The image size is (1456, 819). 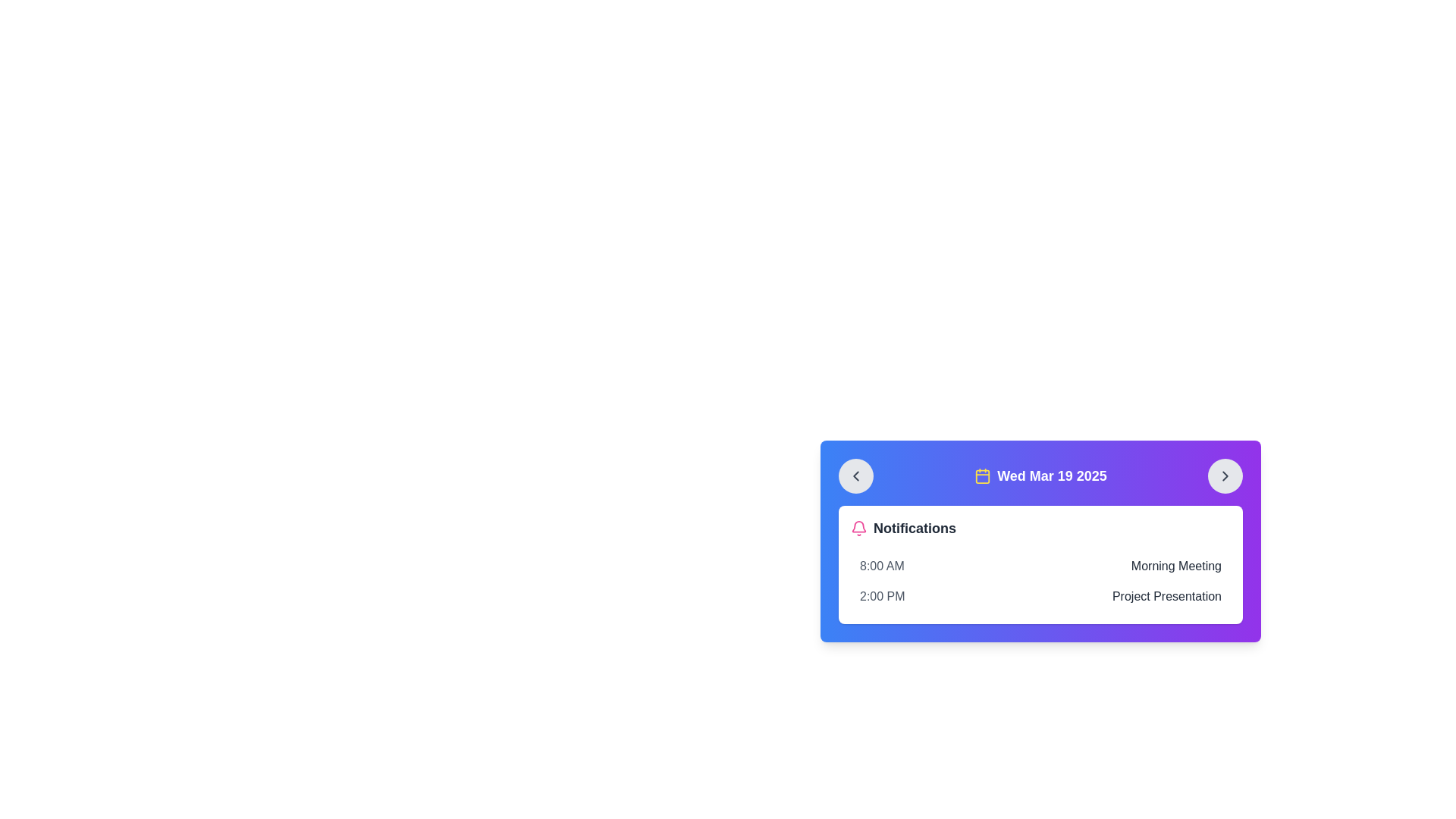 I want to click on the calendar icon that represents date functionality, which is positioned at the top center of the component's card layout, next to the text 'Wed Mar 19 2025', so click(x=983, y=475).